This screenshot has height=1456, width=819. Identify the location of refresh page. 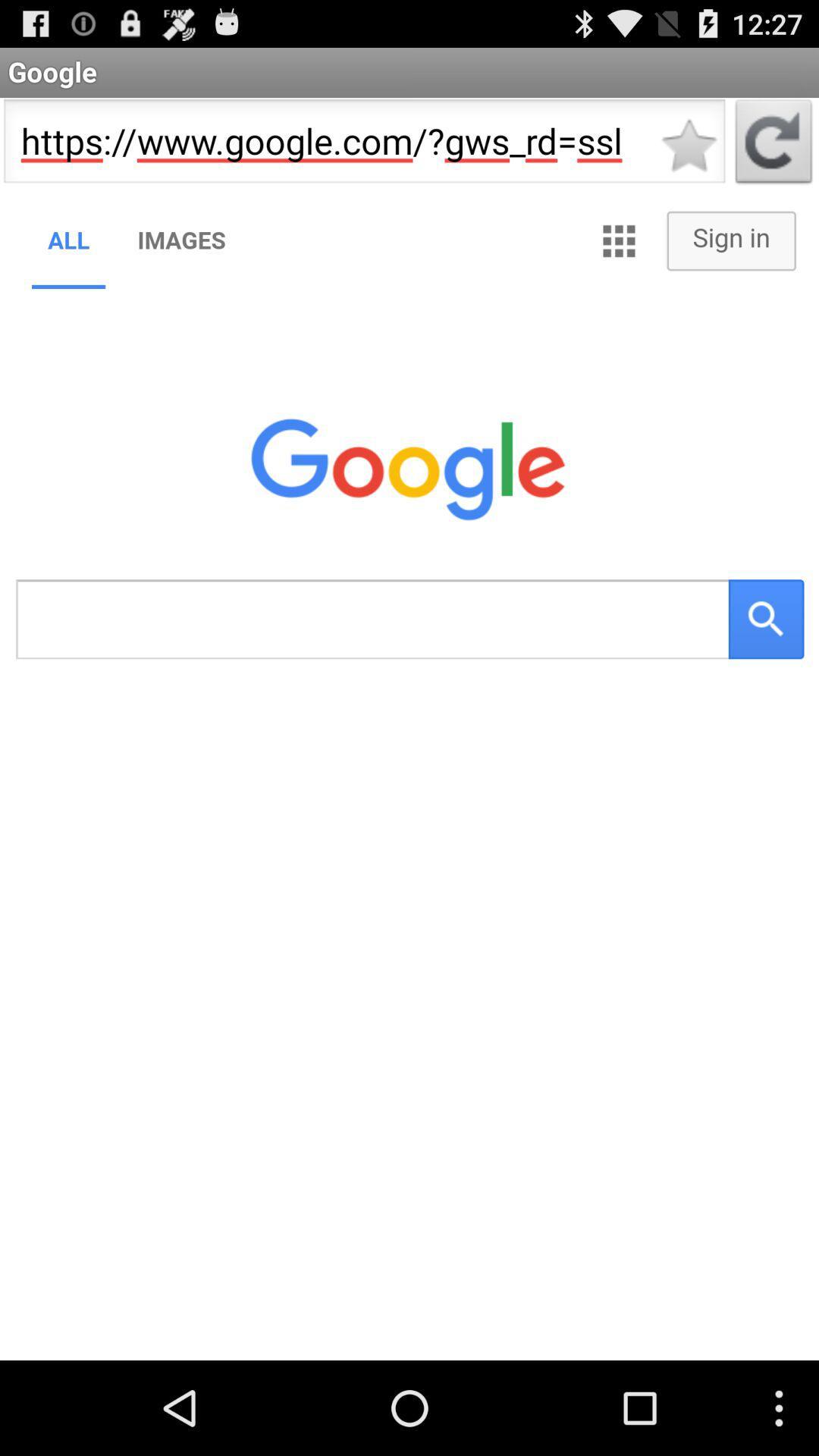
(773, 146).